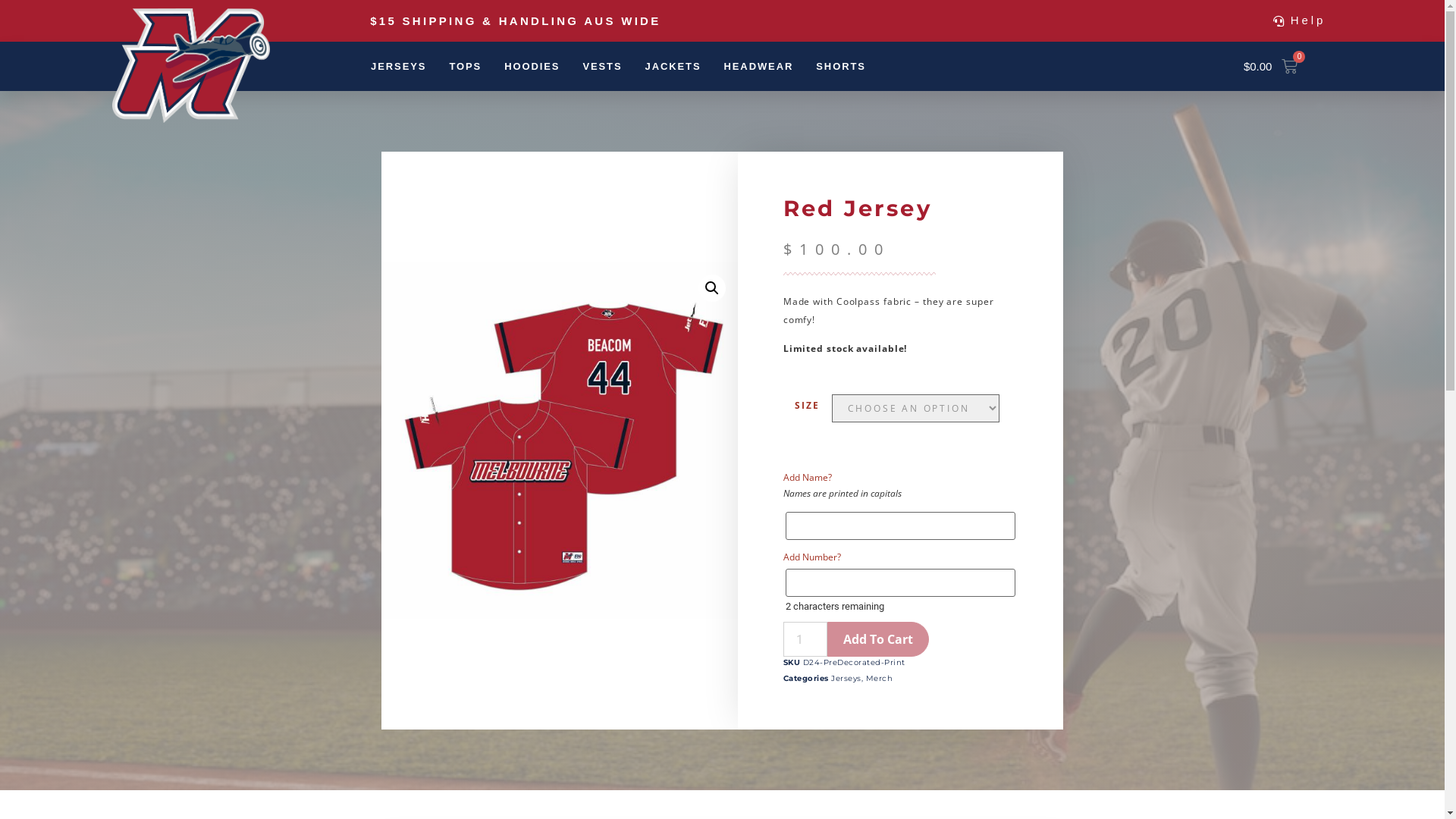 The image size is (1456, 819). I want to click on 'Red_Name_44', so click(558, 441).